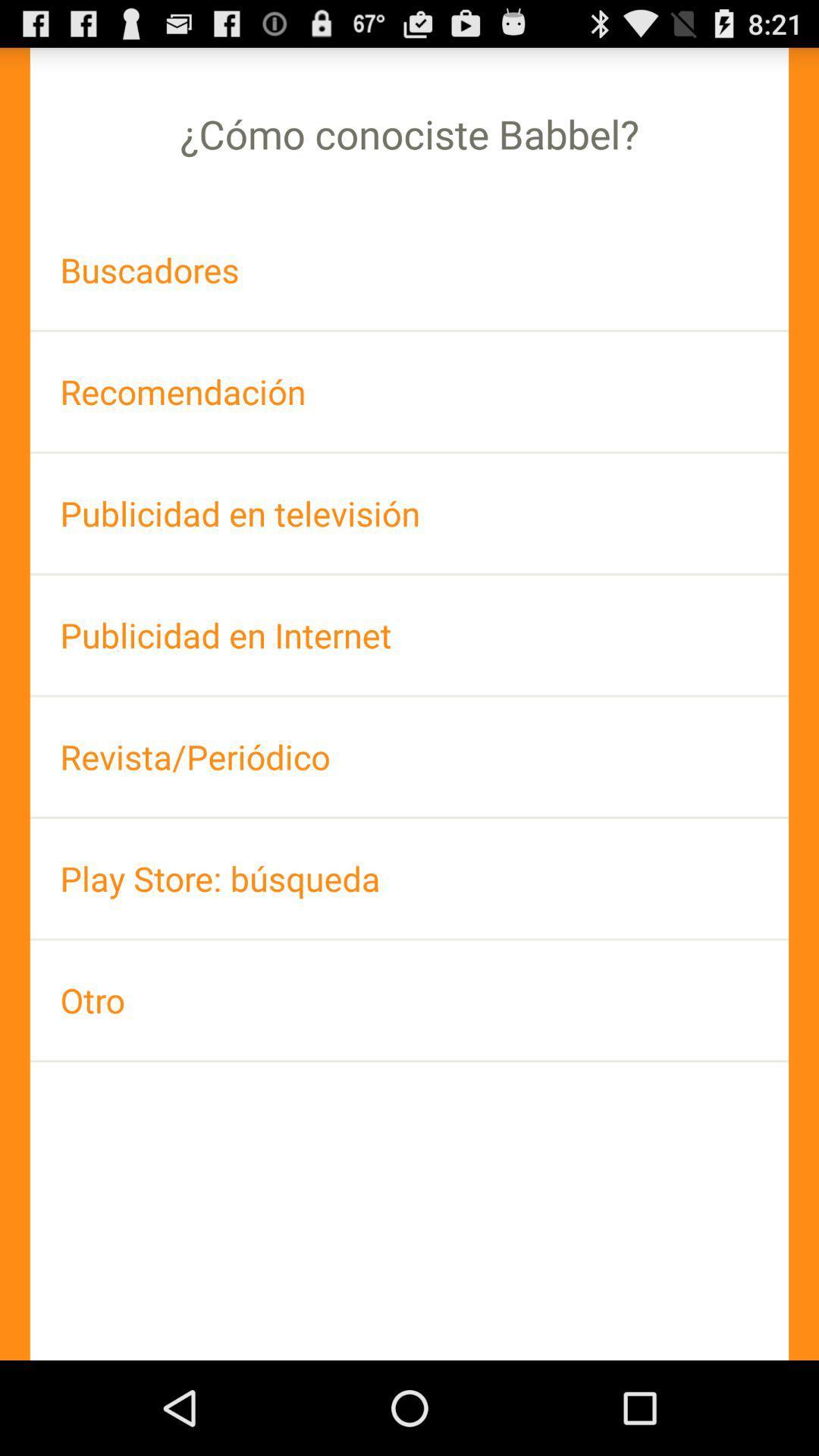 The width and height of the screenshot is (819, 1456). What do you see at coordinates (409, 391) in the screenshot?
I see `icon below buscadores app` at bounding box center [409, 391].